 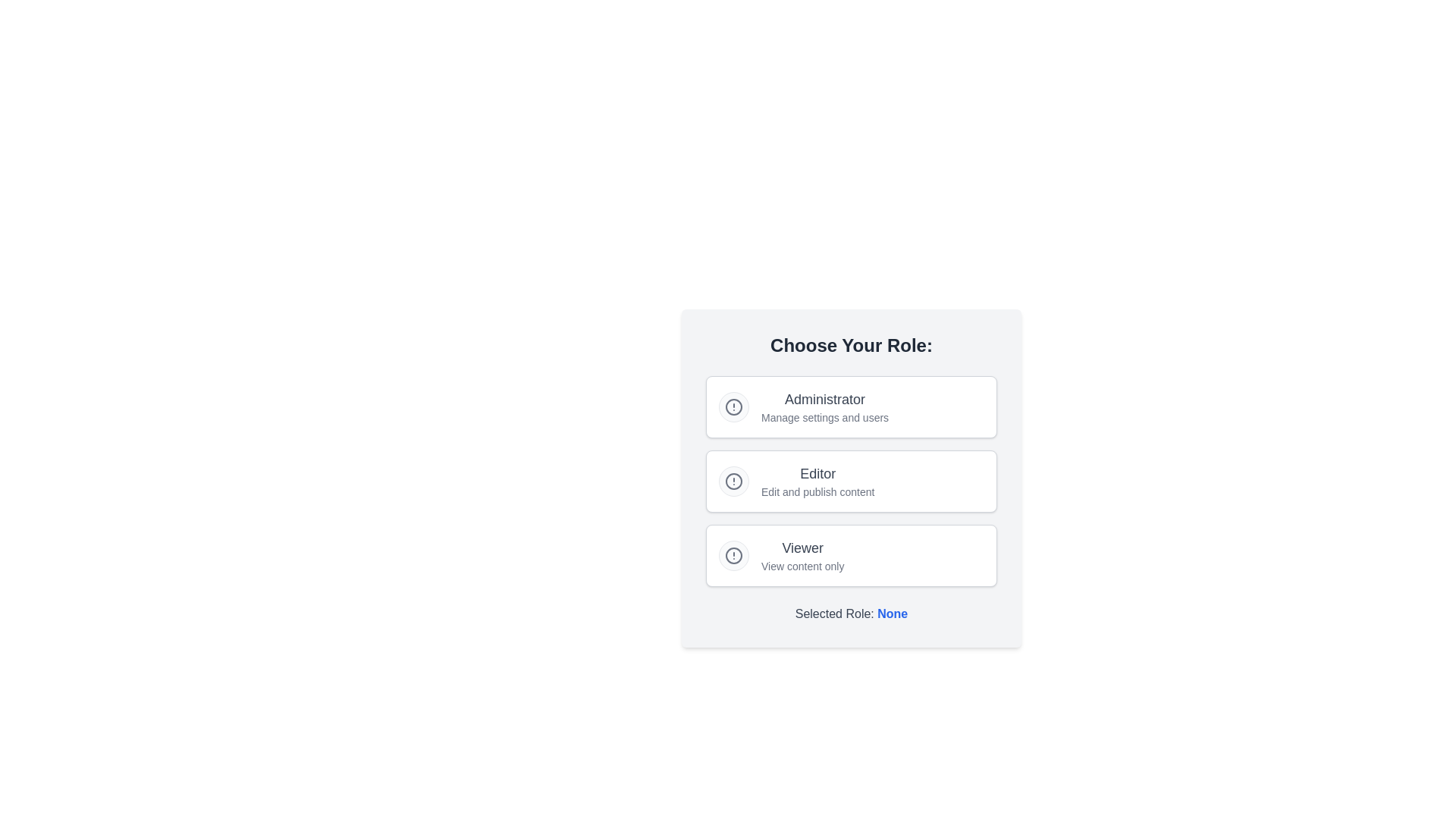 I want to click on the text label displaying 'Editor' in a large, bold, dark gray font, which is part of the role selection interface and positioned above the text 'Edit and publish content.', so click(x=817, y=472).